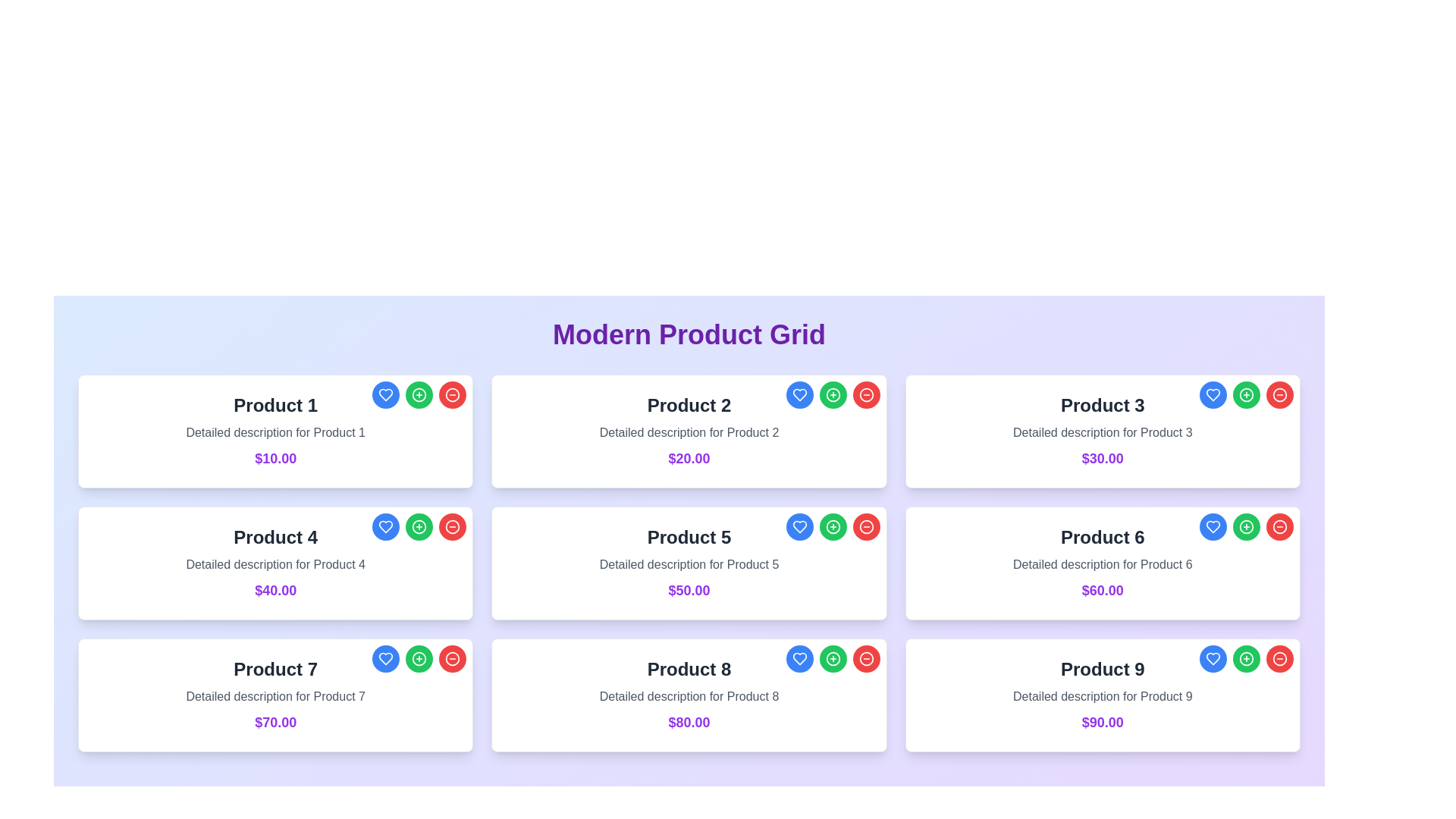 This screenshot has height=819, width=1456. Describe the element at coordinates (799, 526) in the screenshot. I see `the circular blue button with a white heart icon at the top-right corner of 'Product 5' to mark the product as a favorite` at that location.